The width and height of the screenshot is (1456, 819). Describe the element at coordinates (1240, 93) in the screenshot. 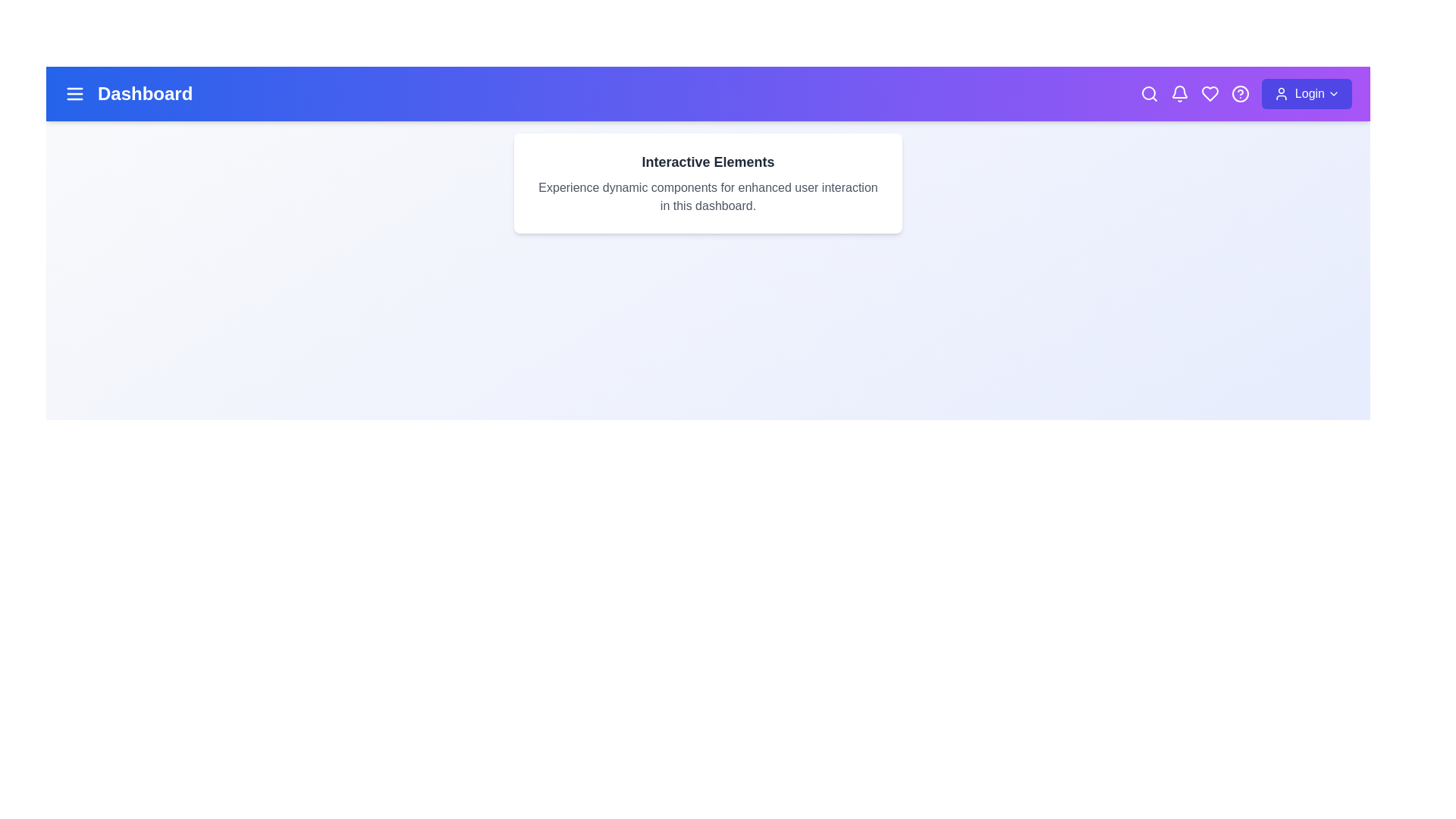

I see `the help icon to access assistance` at that location.